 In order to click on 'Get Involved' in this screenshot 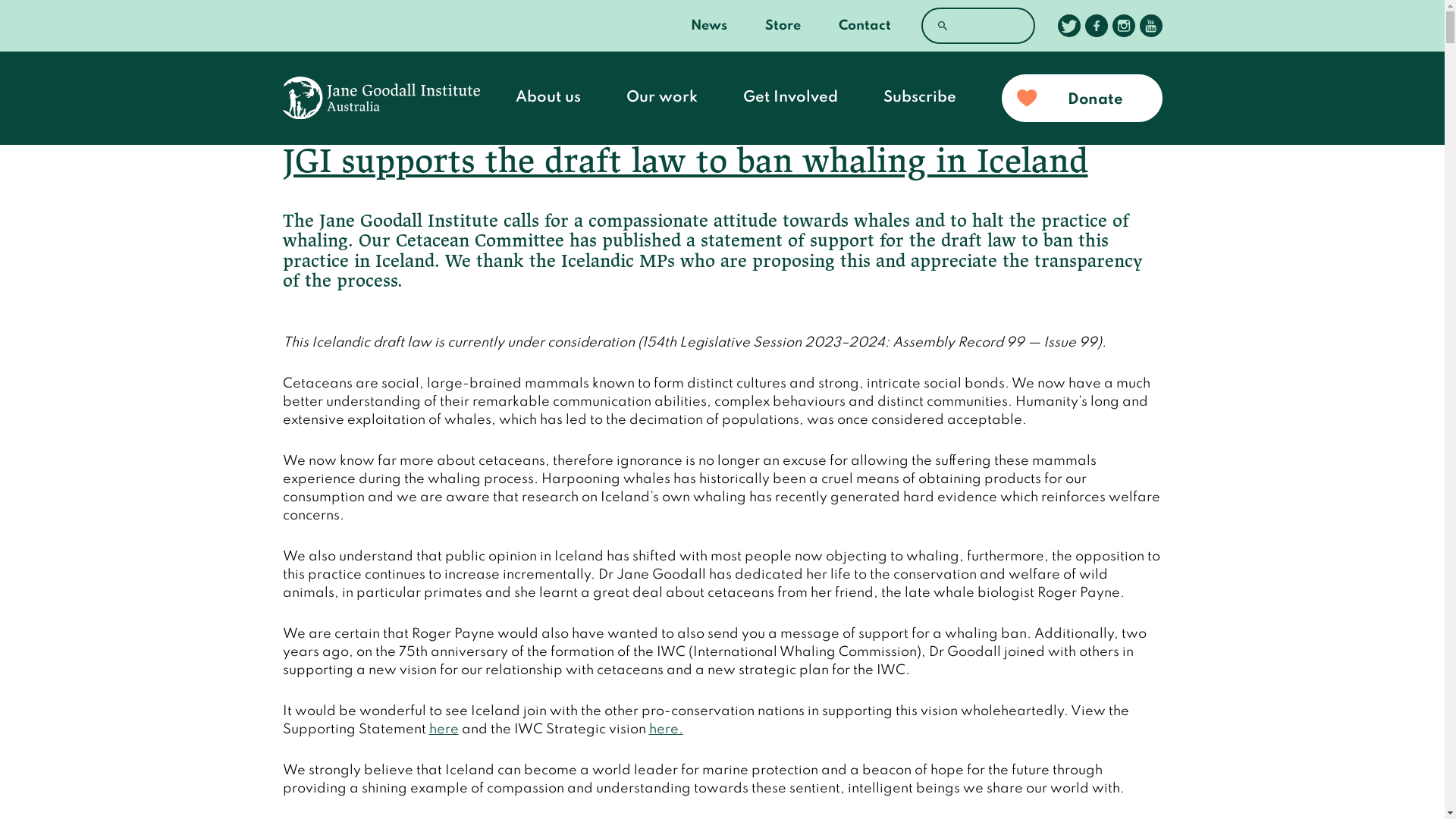, I will do `click(742, 97)`.